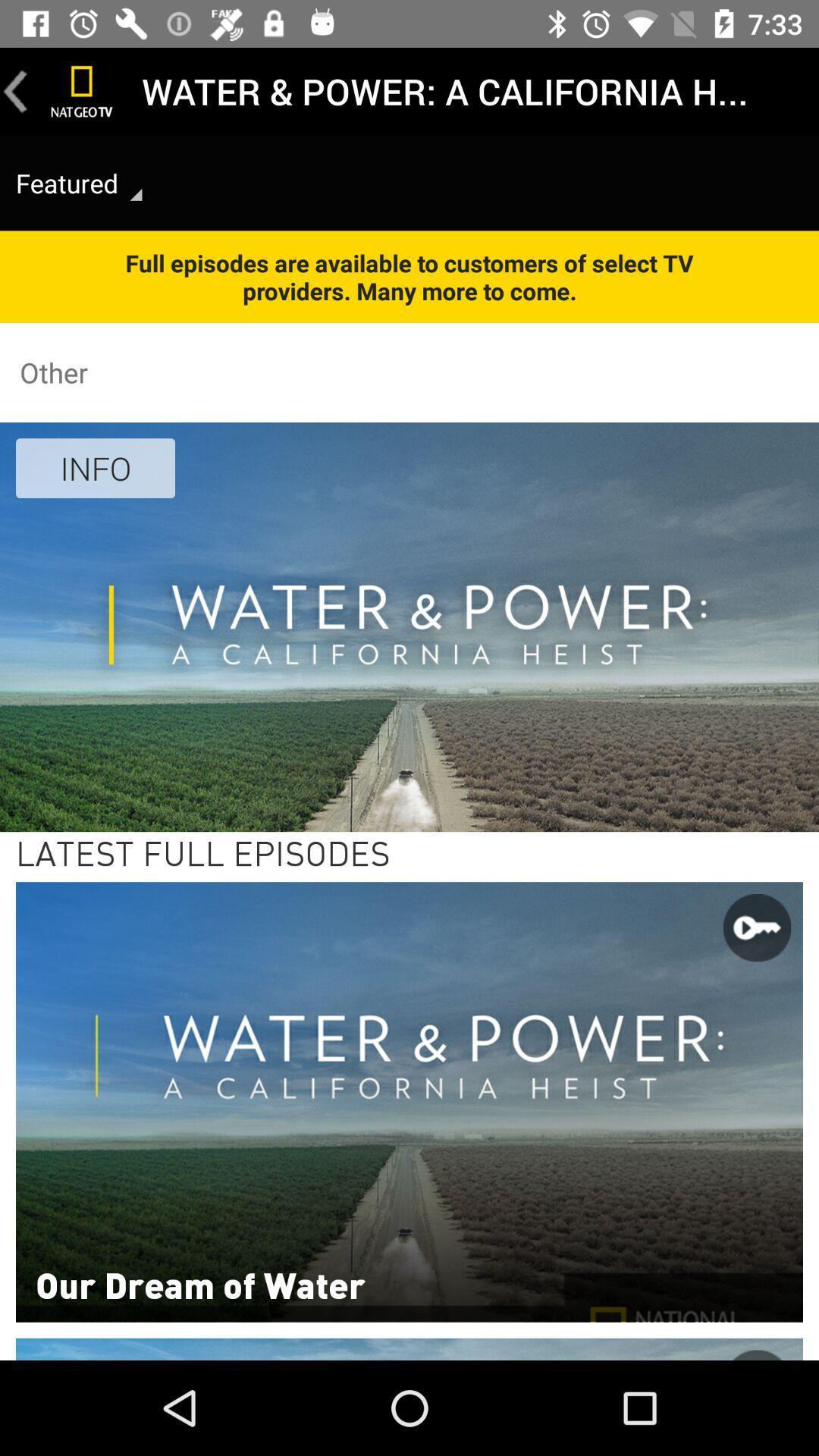 The width and height of the screenshot is (819, 1456). Describe the element at coordinates (96, 467) in the screenshot. I see `info` at that location.